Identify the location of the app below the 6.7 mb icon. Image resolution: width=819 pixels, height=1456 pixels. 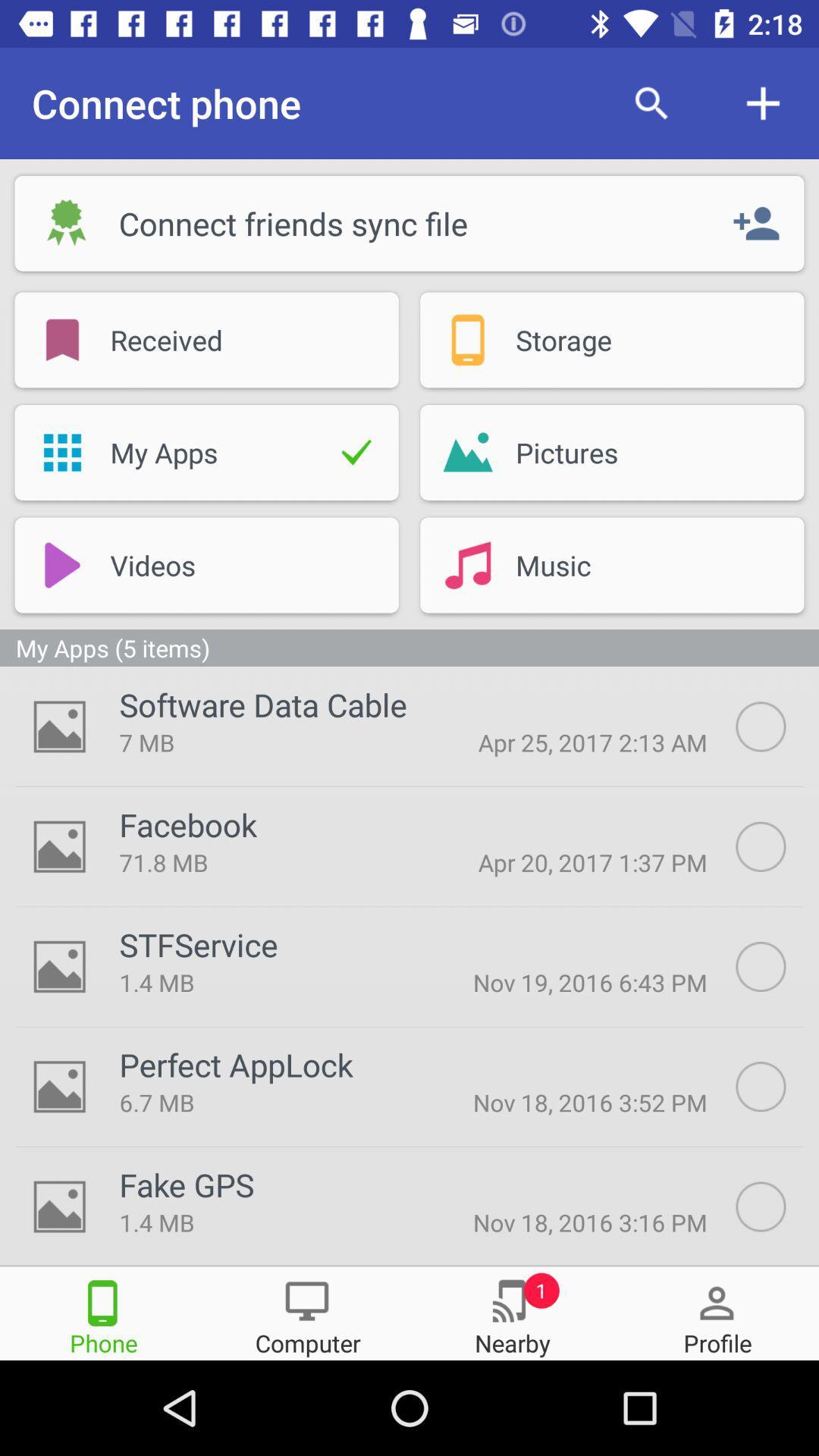
(186, 1184).